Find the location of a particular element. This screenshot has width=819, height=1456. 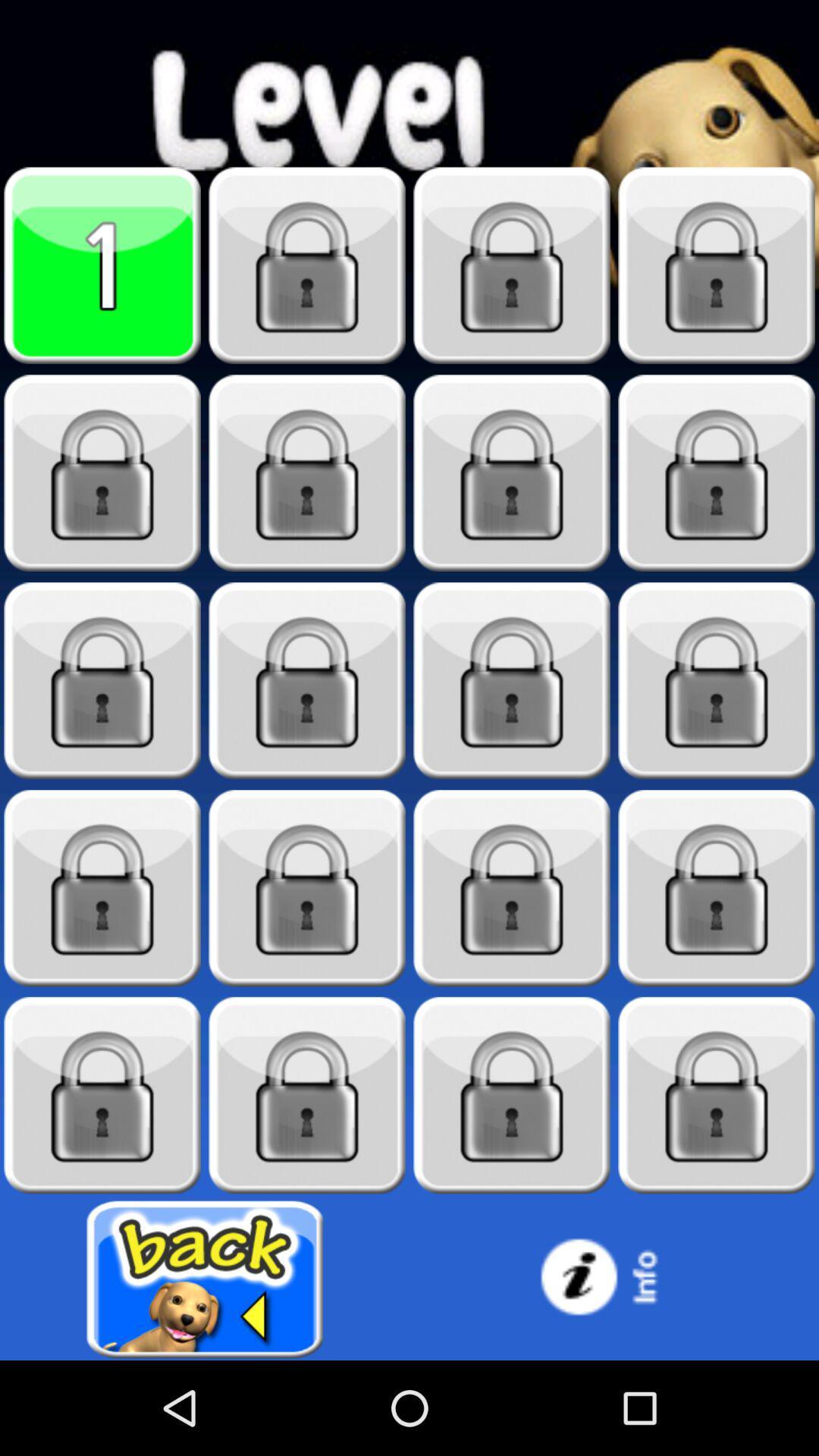

it is locked is located at coordinates (717, 265).